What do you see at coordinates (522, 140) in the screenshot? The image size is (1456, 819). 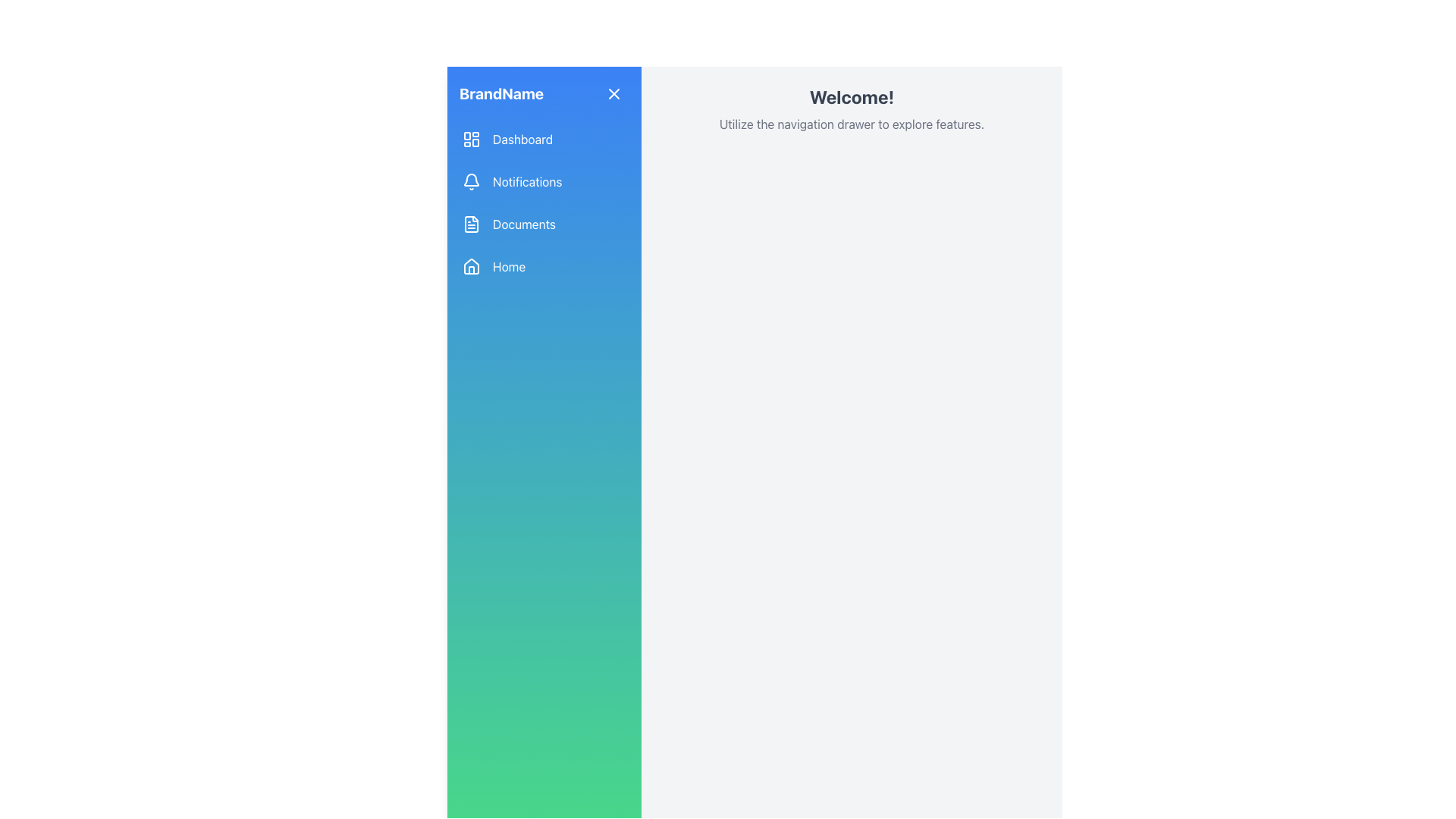 I see `the navigational Text Label located below the 'BrandName' label` at bounding box center [522, 140].